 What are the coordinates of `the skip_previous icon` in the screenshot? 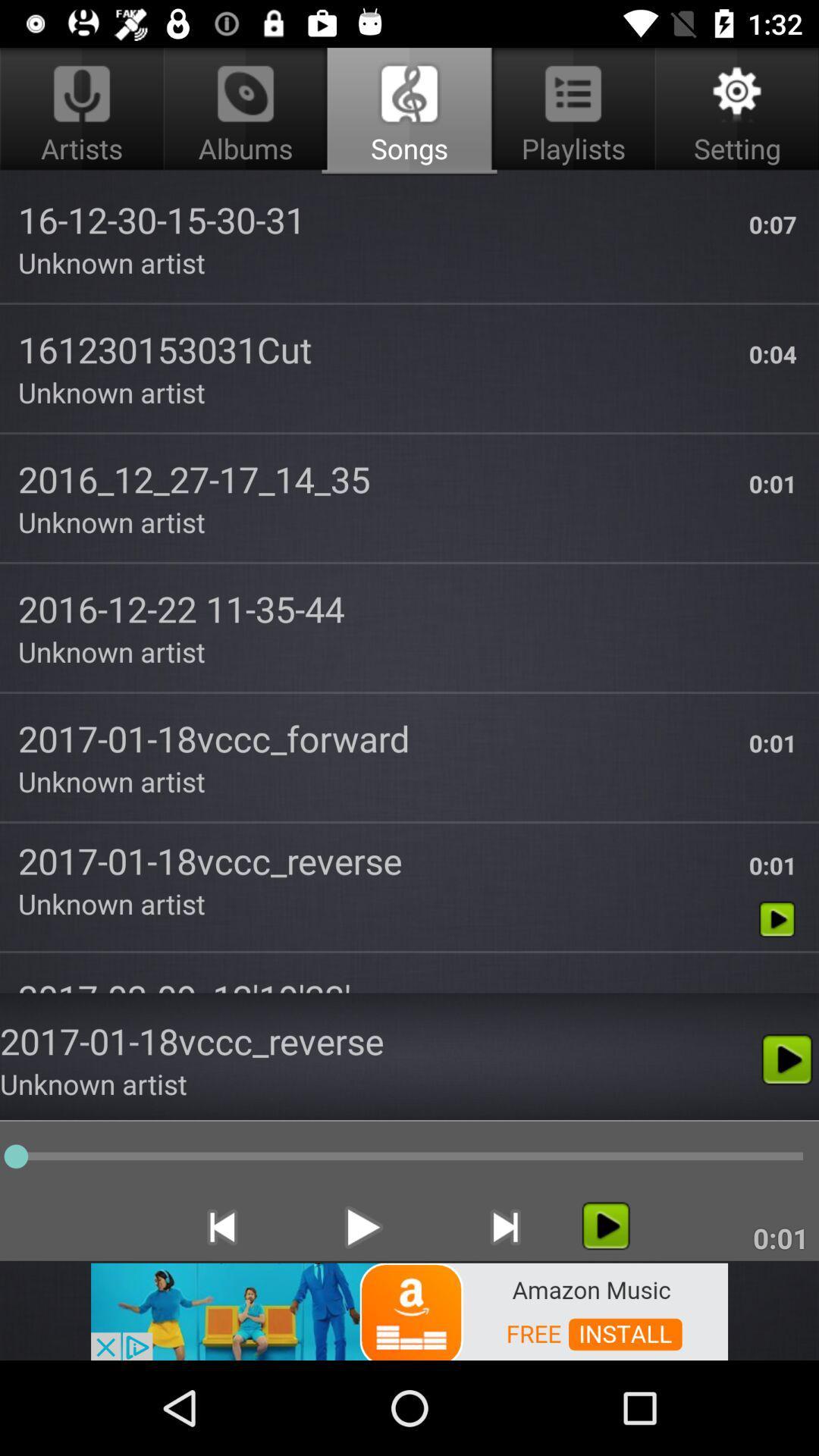 It's located at (221, 1227).